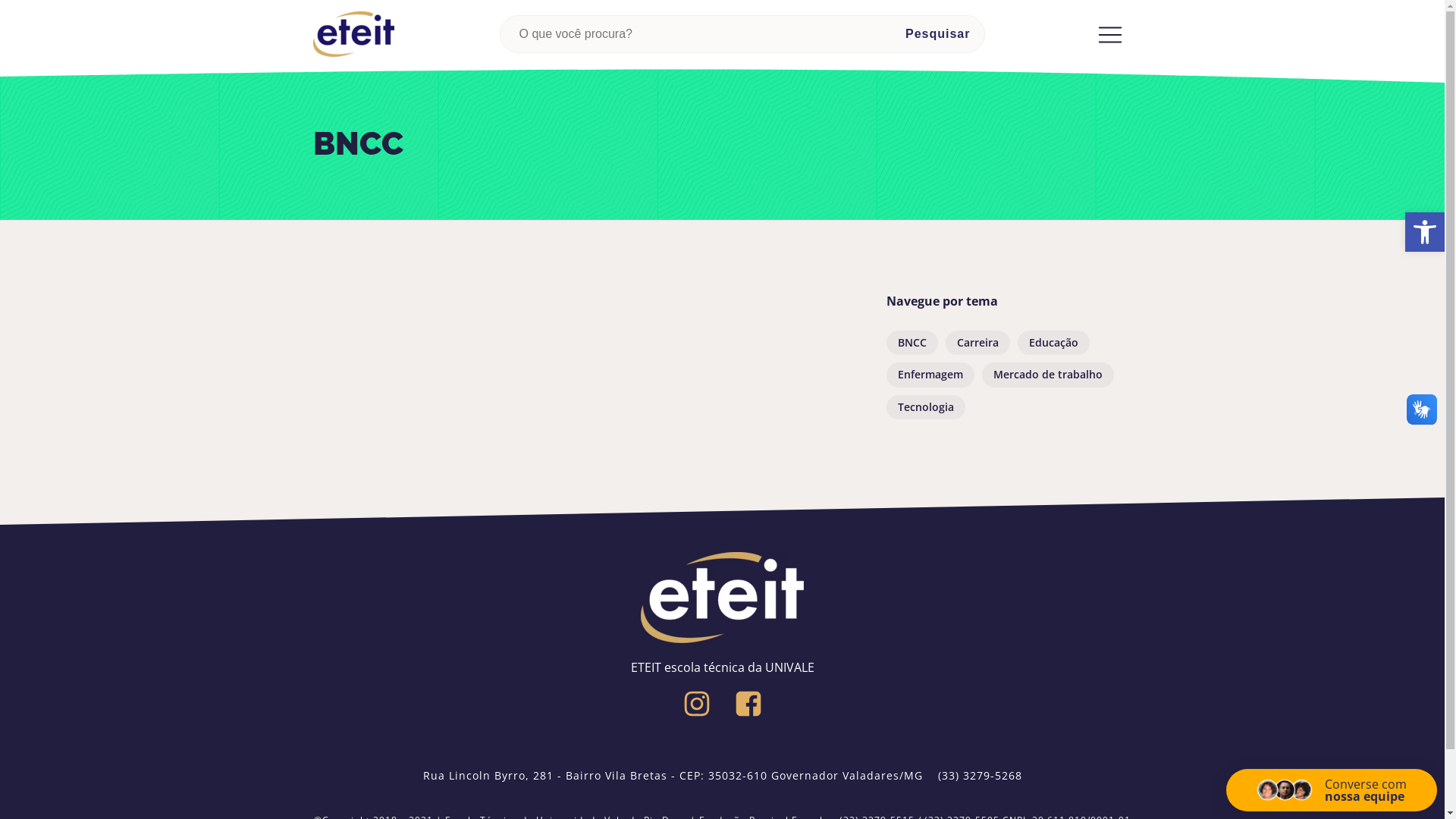  What do you see at coordinates (1046, 374) in the screenshot?
I see `'Mercado de trabalho'` at bounding box center [1046, 374].